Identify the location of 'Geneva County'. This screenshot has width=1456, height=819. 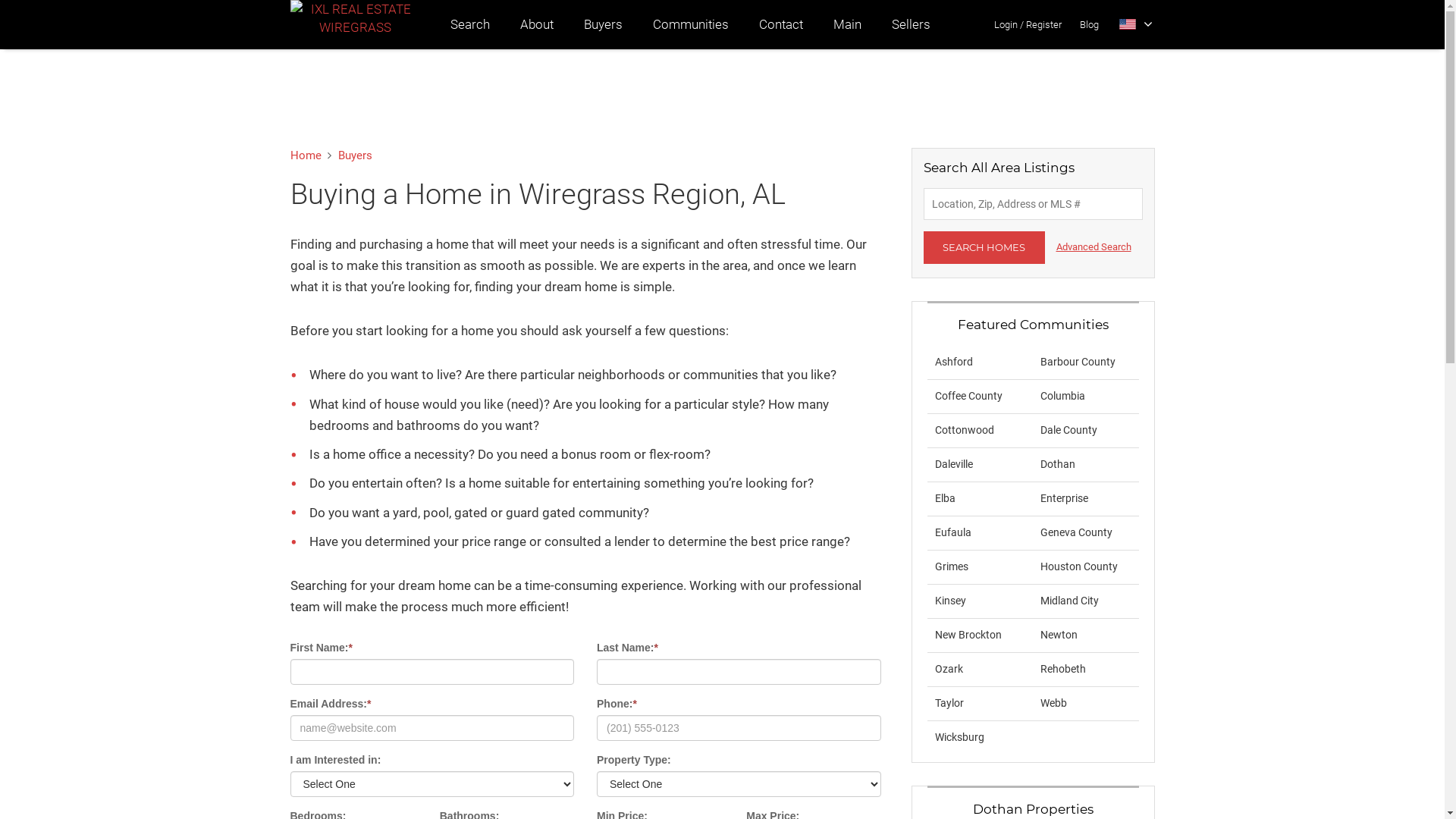
(1075, 532).